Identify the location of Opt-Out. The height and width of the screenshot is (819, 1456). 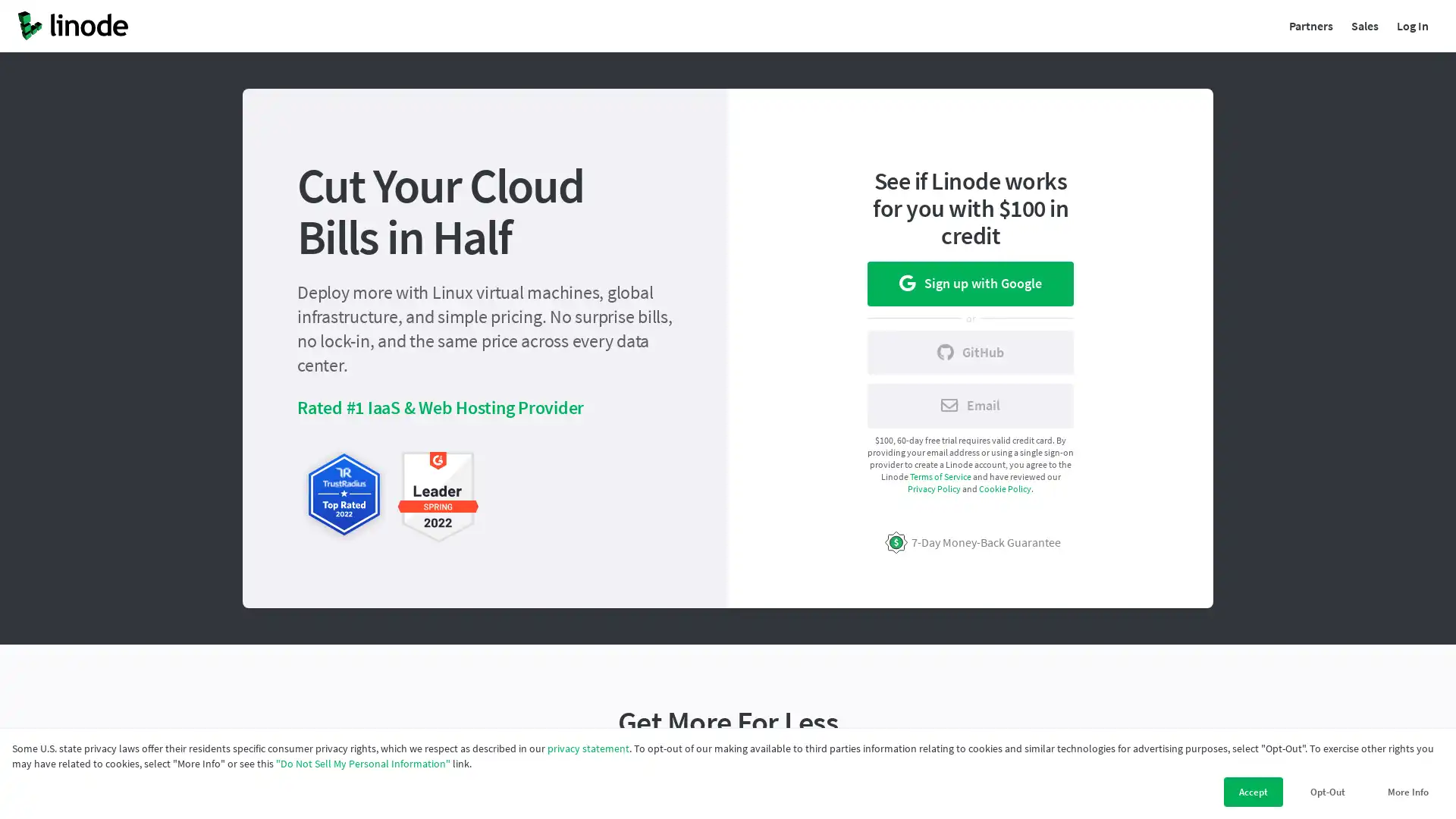
(1327, 791).